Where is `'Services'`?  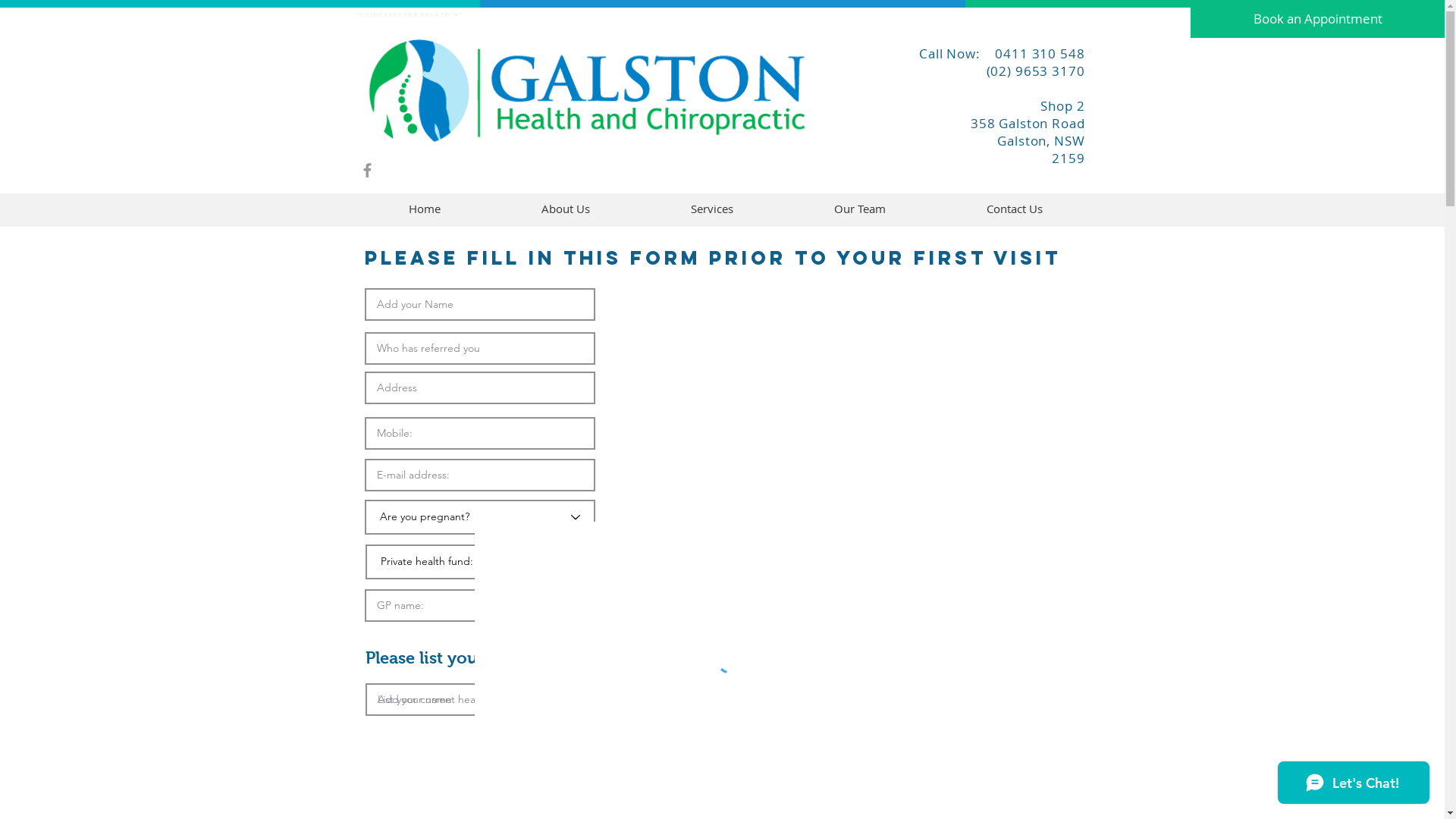
'Services' is located at coordinates (711, 209).